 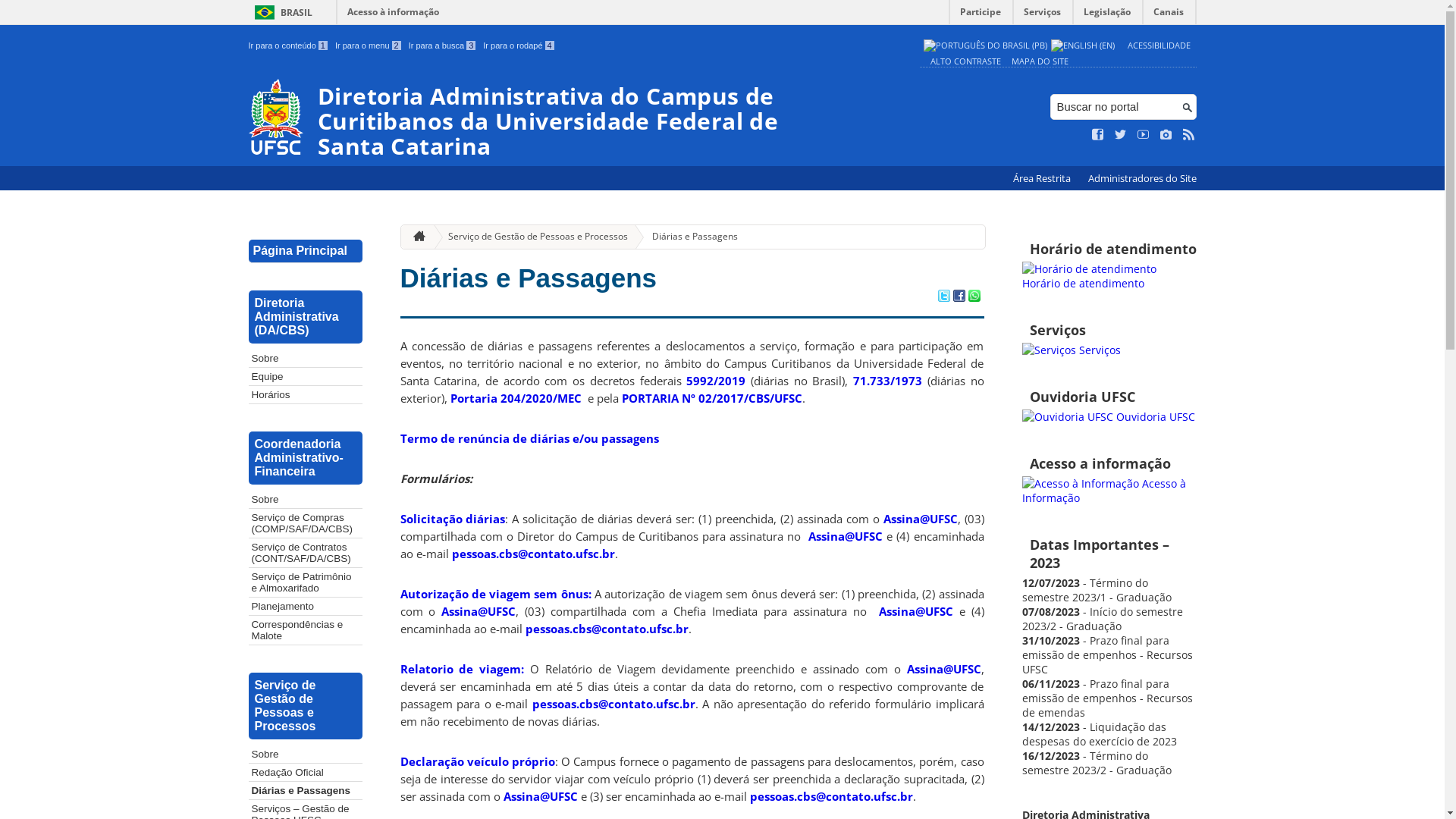 I want to click on 'Compartilhar no Twitter', so click(x=942, y=297).